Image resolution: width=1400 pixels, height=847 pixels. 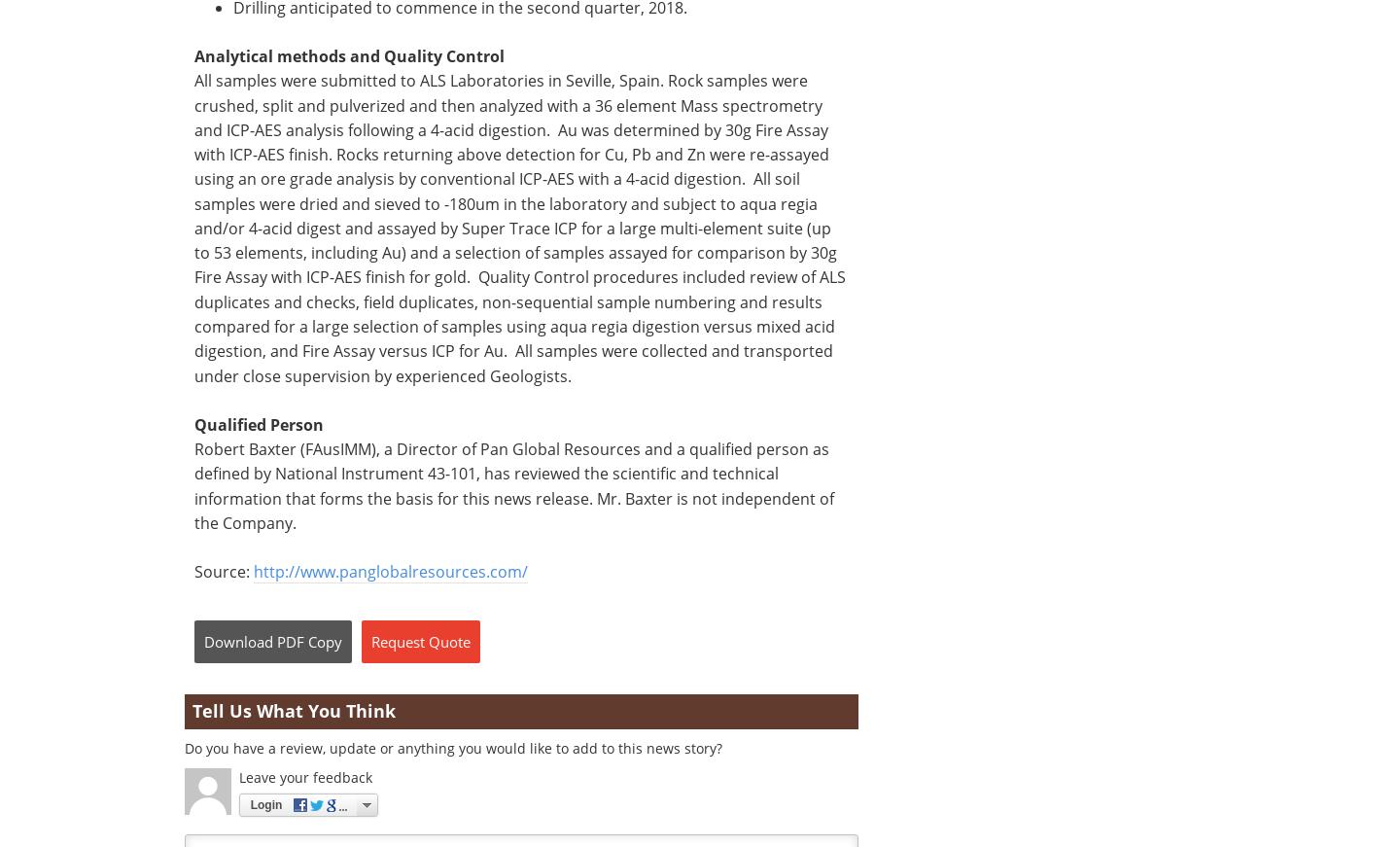 What do you see at coordinates (294, 711) in the screenshot?
I see `'Tell Us What You Think'` at bounding box center [294, 711].